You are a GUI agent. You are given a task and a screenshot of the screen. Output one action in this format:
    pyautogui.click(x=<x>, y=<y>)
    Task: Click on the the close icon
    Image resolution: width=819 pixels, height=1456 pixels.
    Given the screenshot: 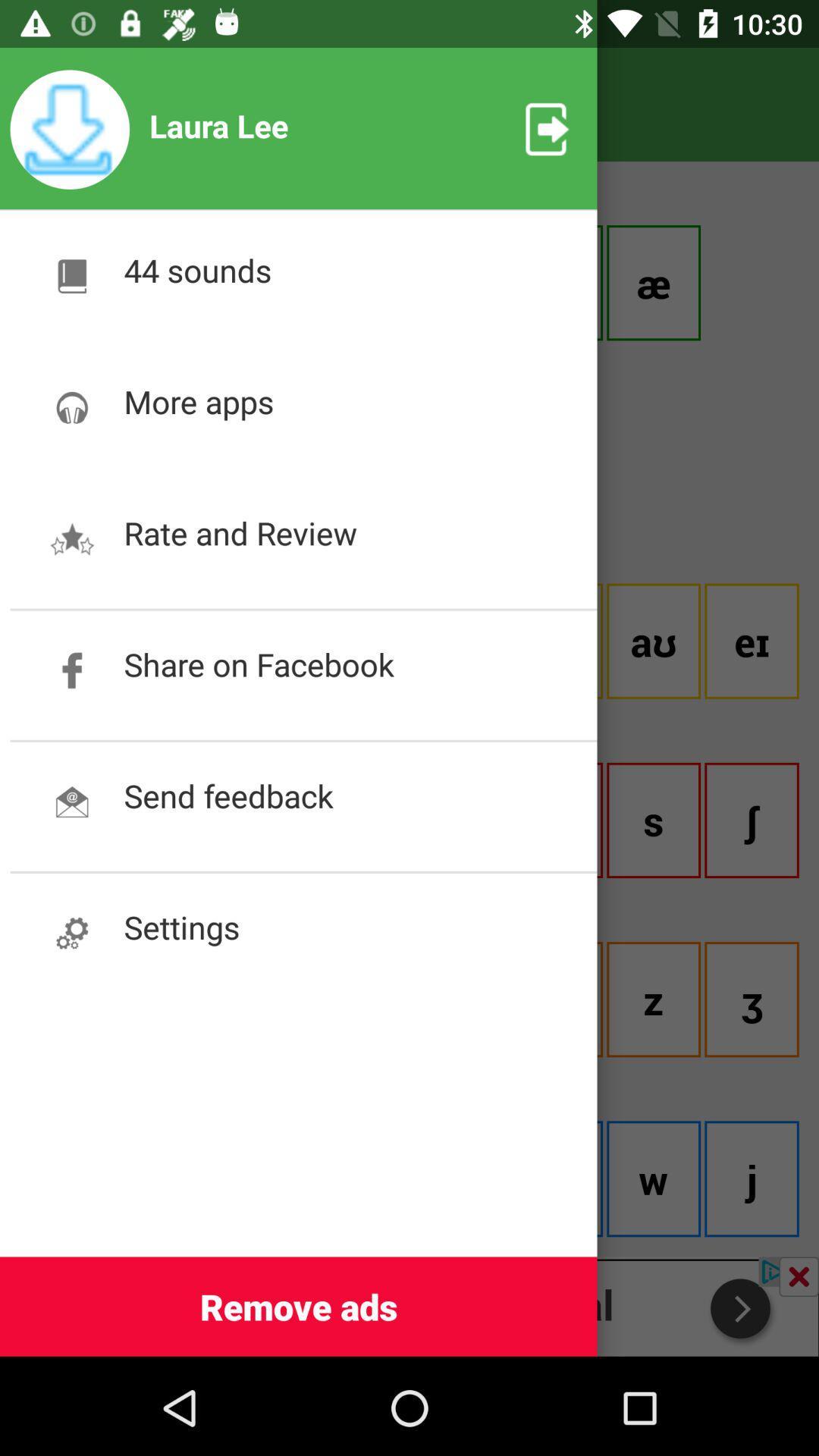 What is the action you would take?
    pyautogui.click(x=798, y=1276)
    